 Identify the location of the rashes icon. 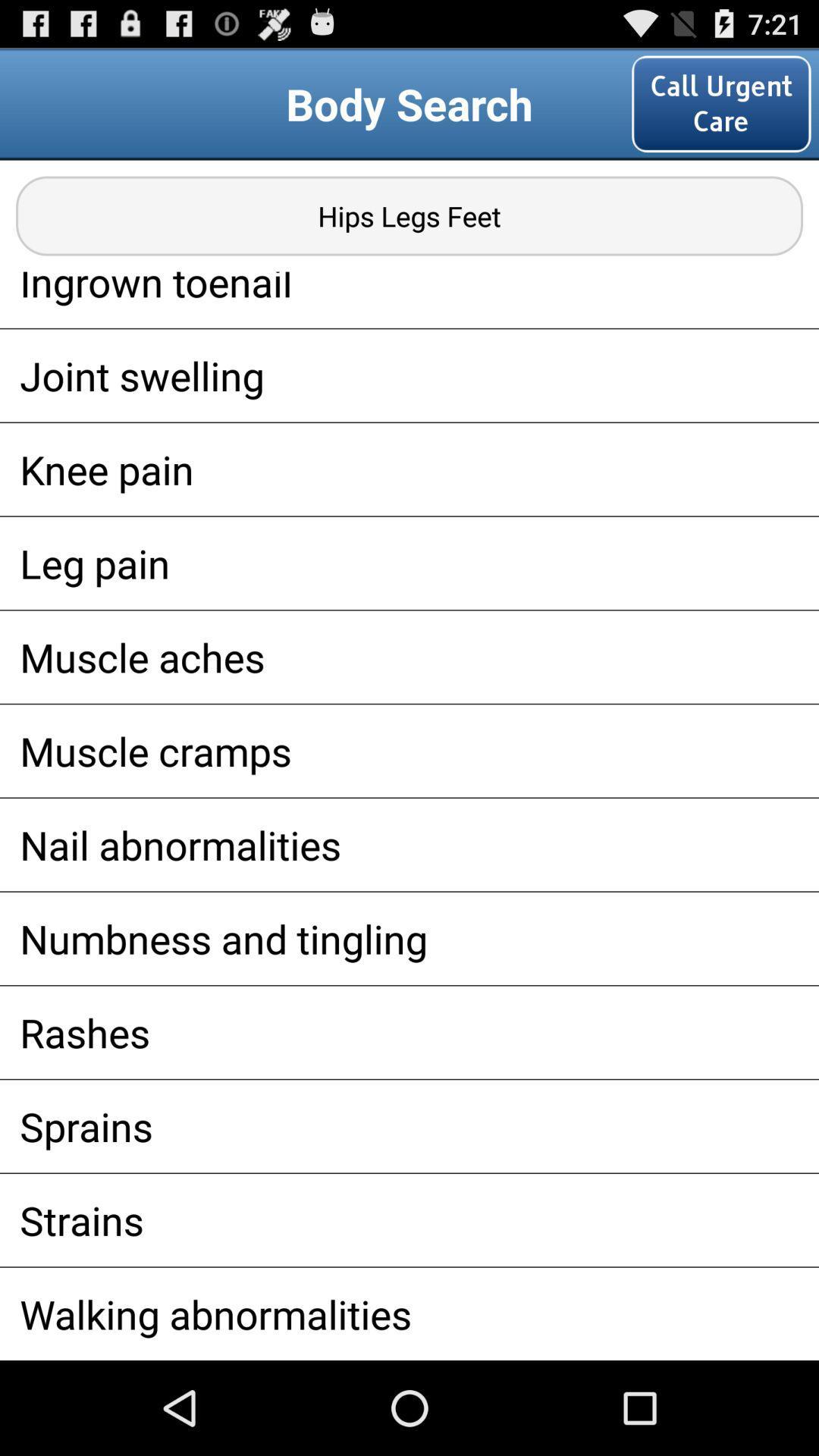
(409, 1031).